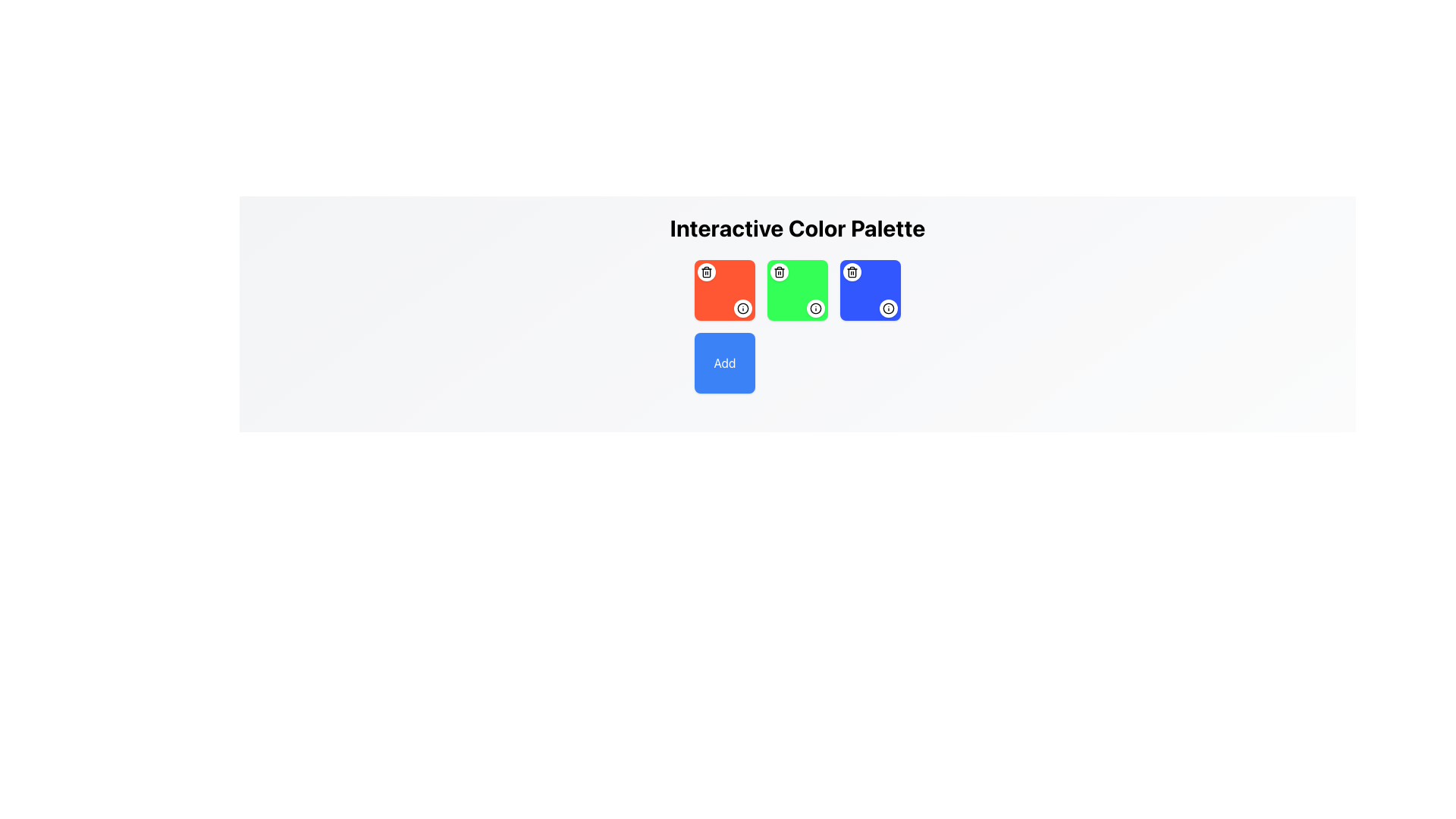 The image size is (1456, 819). What do you see at coordinates (888, 308) in the screenshot?
I see `the Circular Icon or Indicator located at the upper-right corner of the blue square in the bottom-right section of the grid` at bounding box center [888, 308].